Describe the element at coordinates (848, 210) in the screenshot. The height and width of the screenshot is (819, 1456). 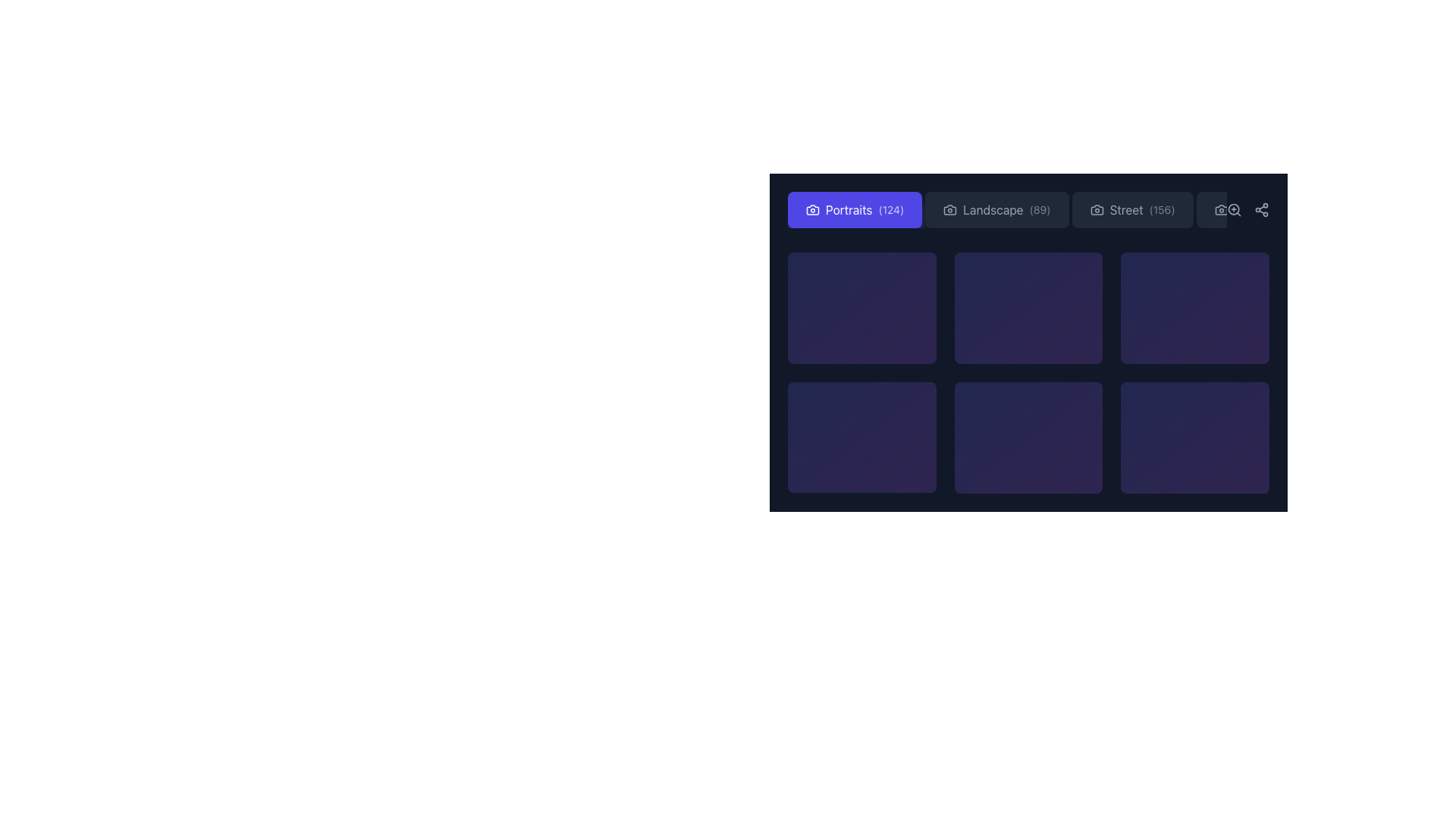
I see `the 'Portraits' text label within the button that includes a camera icon on the left and a count '(124)' on the right` at that location.